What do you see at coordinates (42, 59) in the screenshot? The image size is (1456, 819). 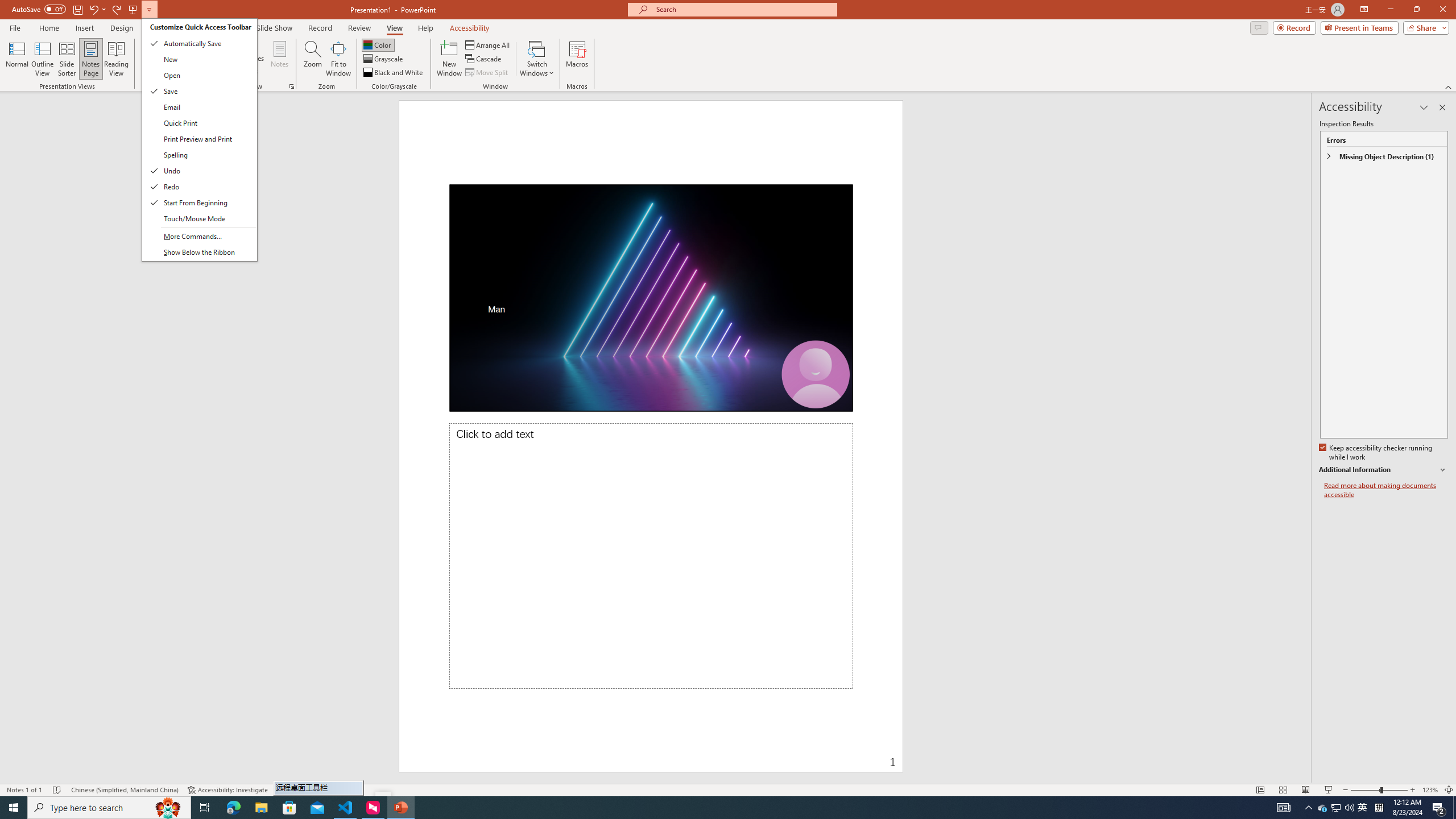 I see `'Outline View'` at bounding box center [42, 59].